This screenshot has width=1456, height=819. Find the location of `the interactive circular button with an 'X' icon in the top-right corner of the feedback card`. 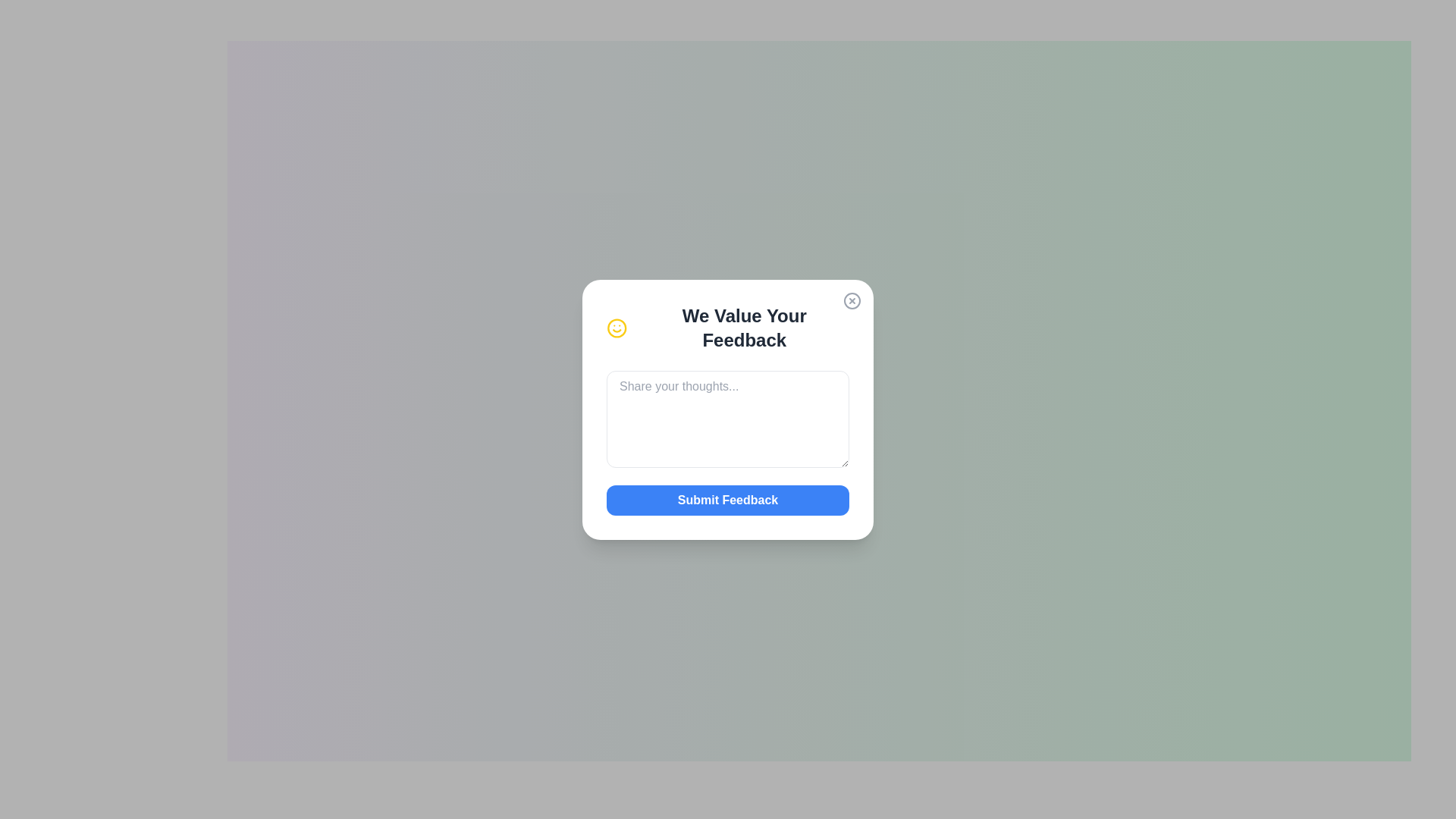

the interactive circular button with an 'X' icon in the top-right corner of the feedback card is located at coordinates (852, 300).